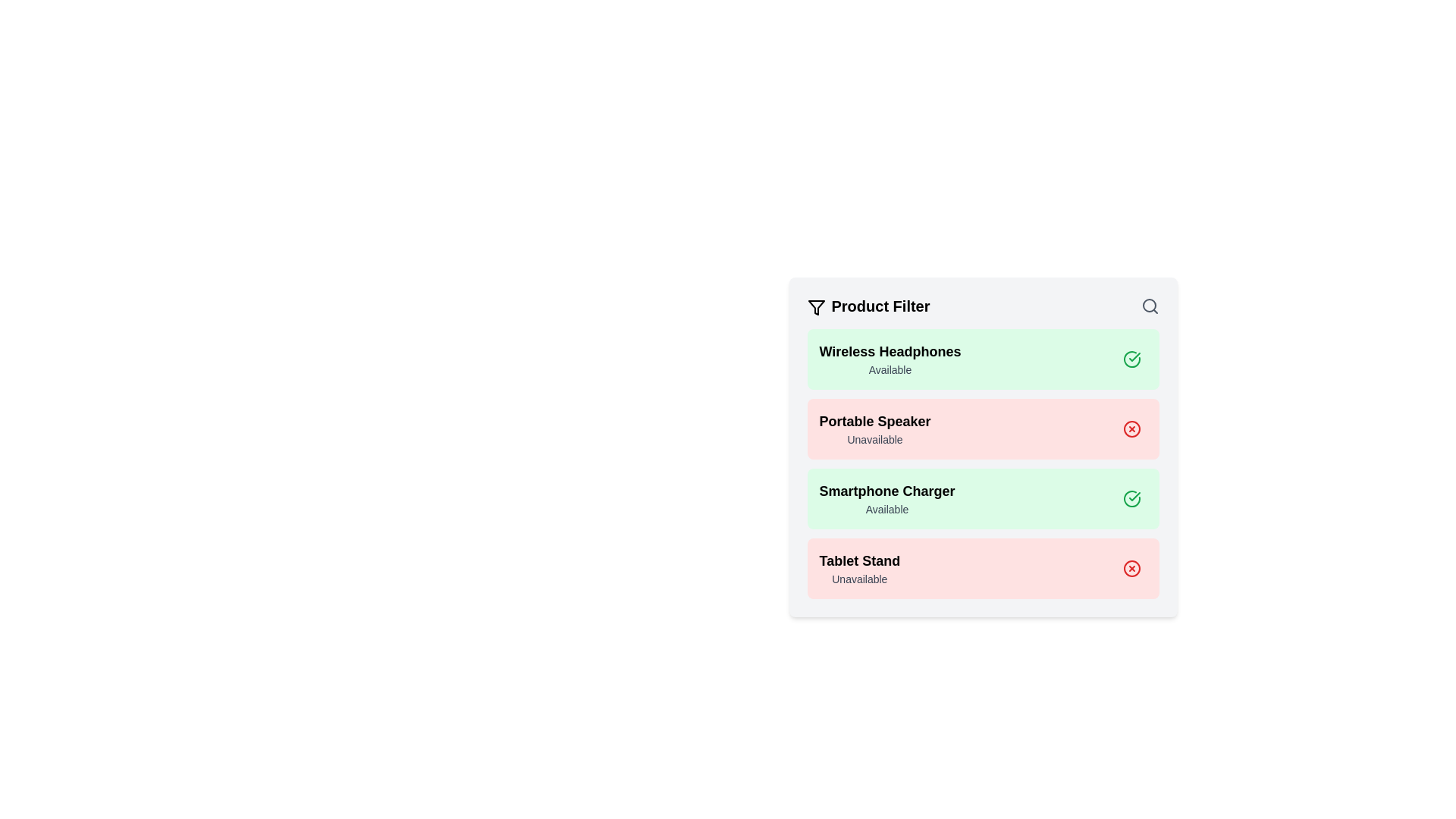 This screenshot has height=819, width=1456. What do you see at coordinates (1131, 359) in the screenshot?
I see `the Status indicator icon located at the far right of the 'Wireless Headphones' row in the product filter interface, which indicates the item's availability status` at bounding box center [1131, 359].